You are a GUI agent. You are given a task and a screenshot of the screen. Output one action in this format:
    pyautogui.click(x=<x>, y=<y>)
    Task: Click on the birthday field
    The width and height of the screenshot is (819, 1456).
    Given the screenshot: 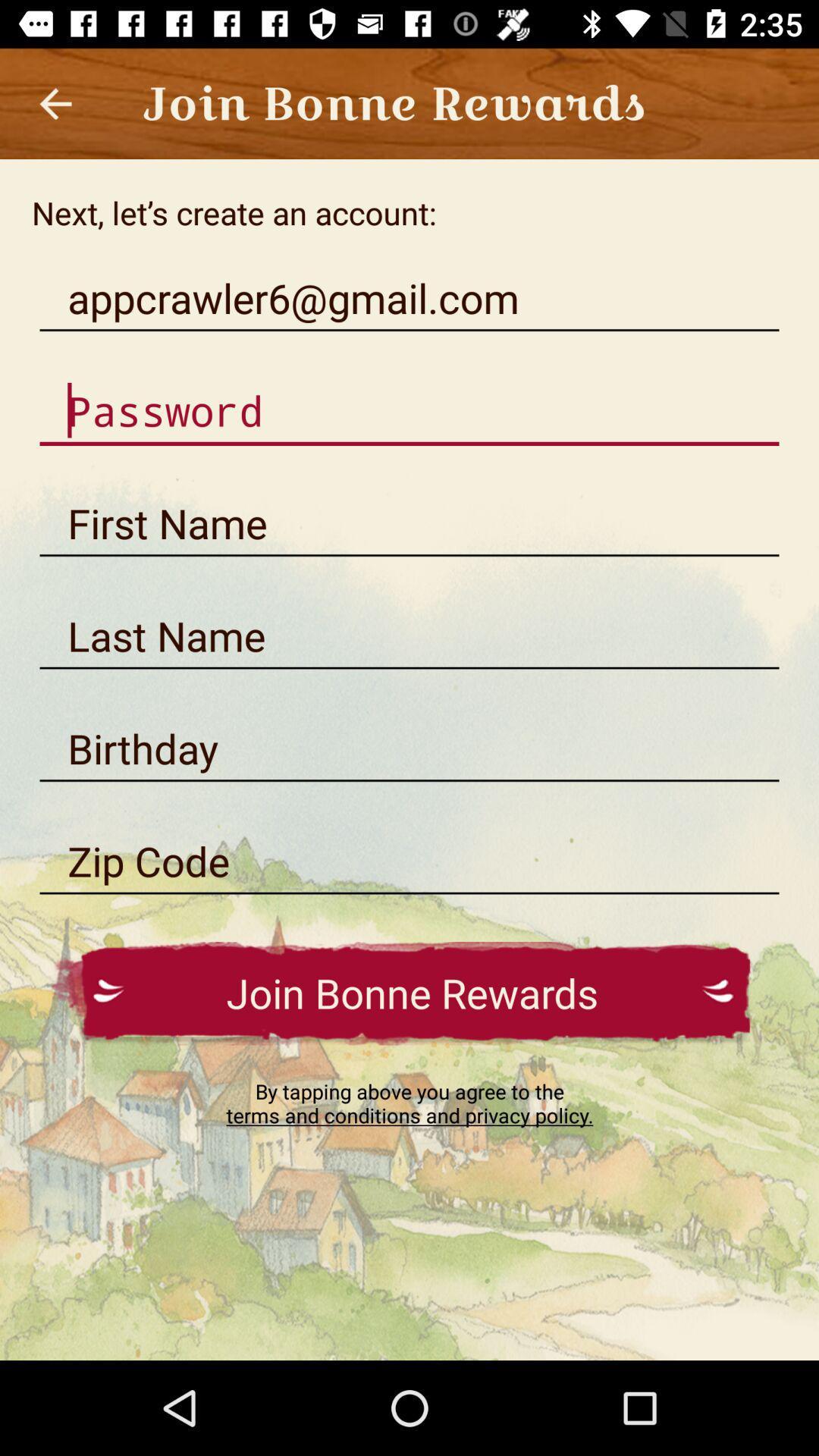 What is the action you would take?
    pyautogui.click(x=409, y=748)
    